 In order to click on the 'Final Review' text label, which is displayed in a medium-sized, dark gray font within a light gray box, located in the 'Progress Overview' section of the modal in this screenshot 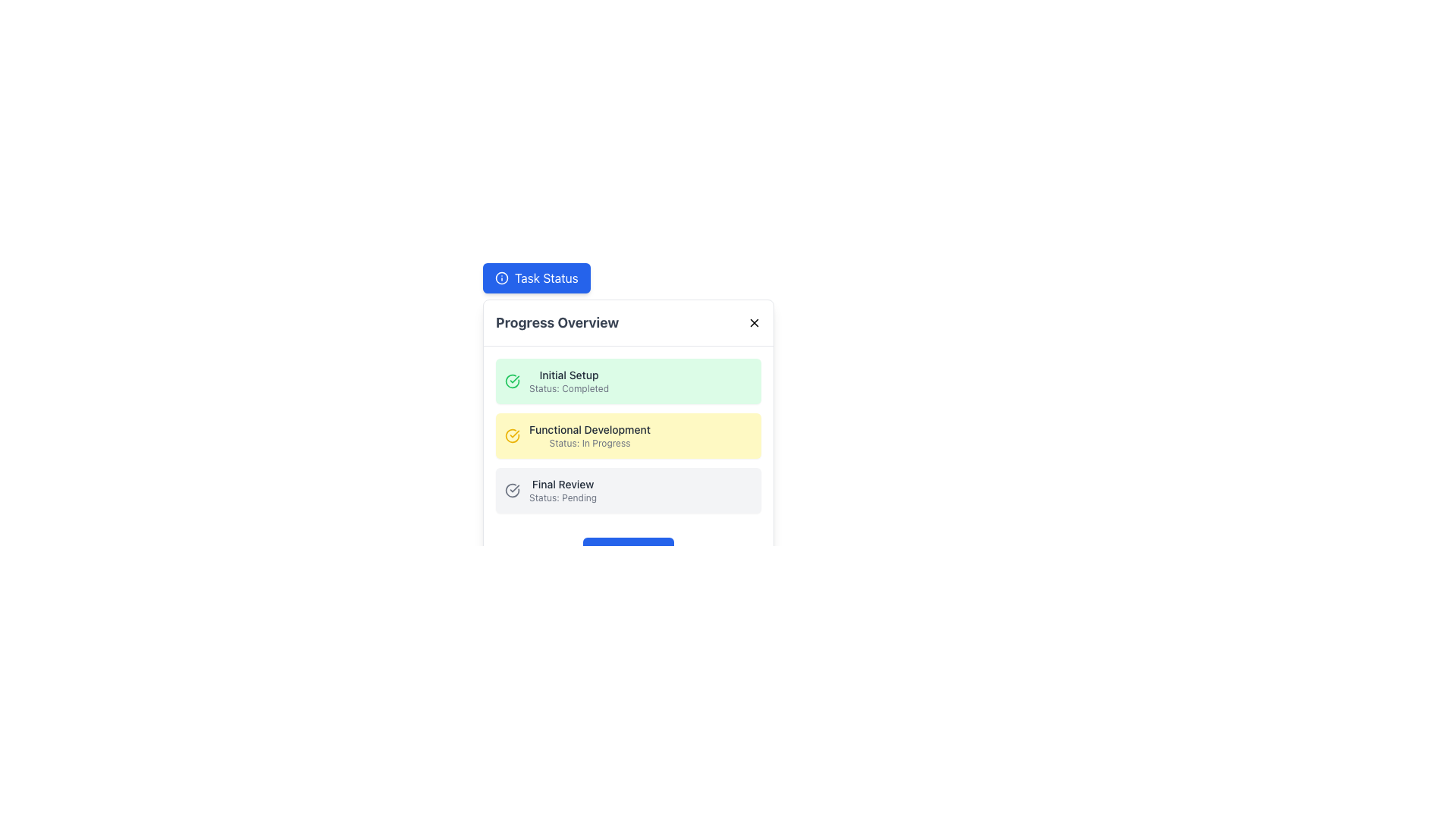, I will do `click(562, 485)`.